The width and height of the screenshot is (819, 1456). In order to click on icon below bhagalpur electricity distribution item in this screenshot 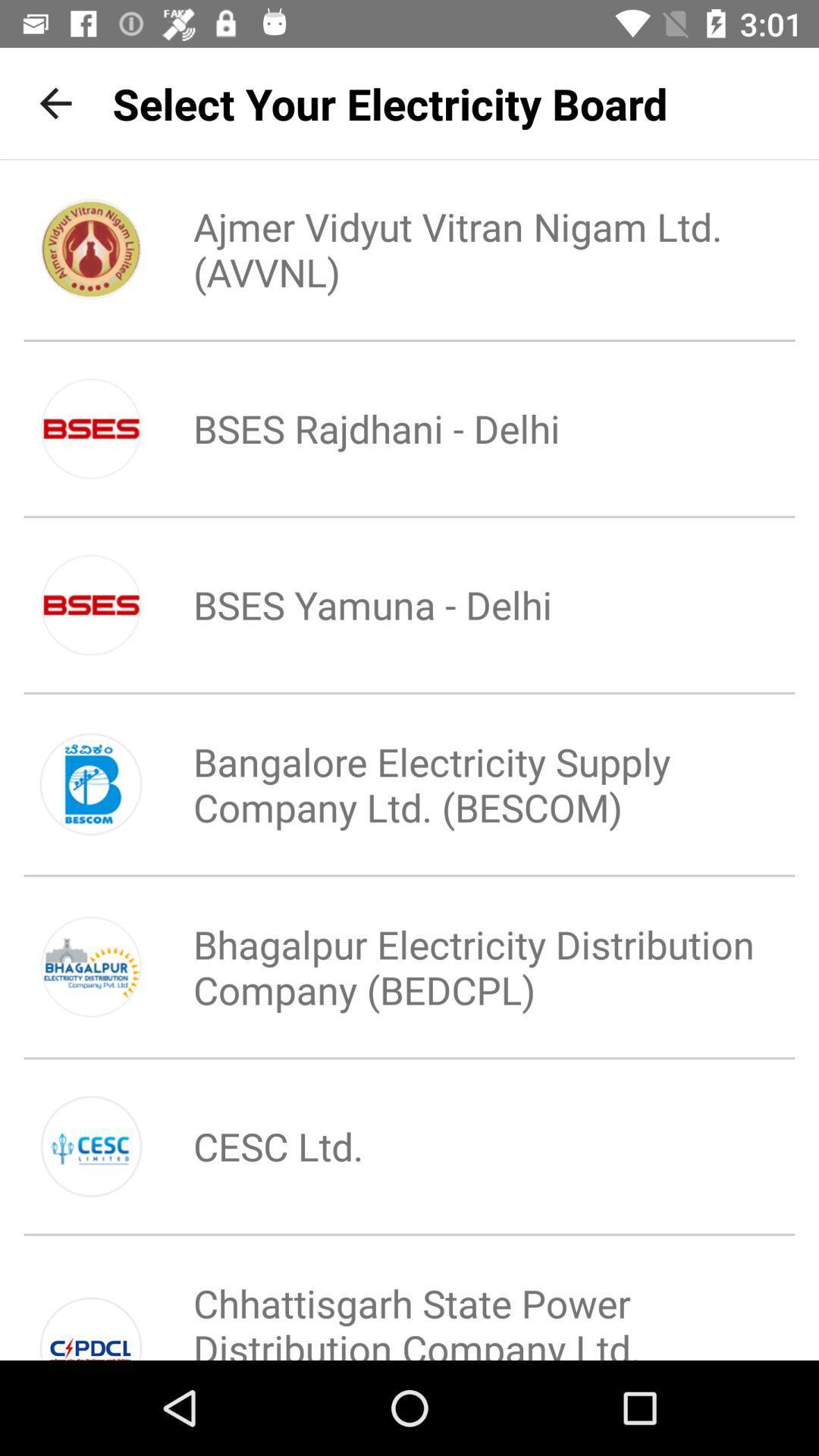, I will do `click(252, 1146)`.